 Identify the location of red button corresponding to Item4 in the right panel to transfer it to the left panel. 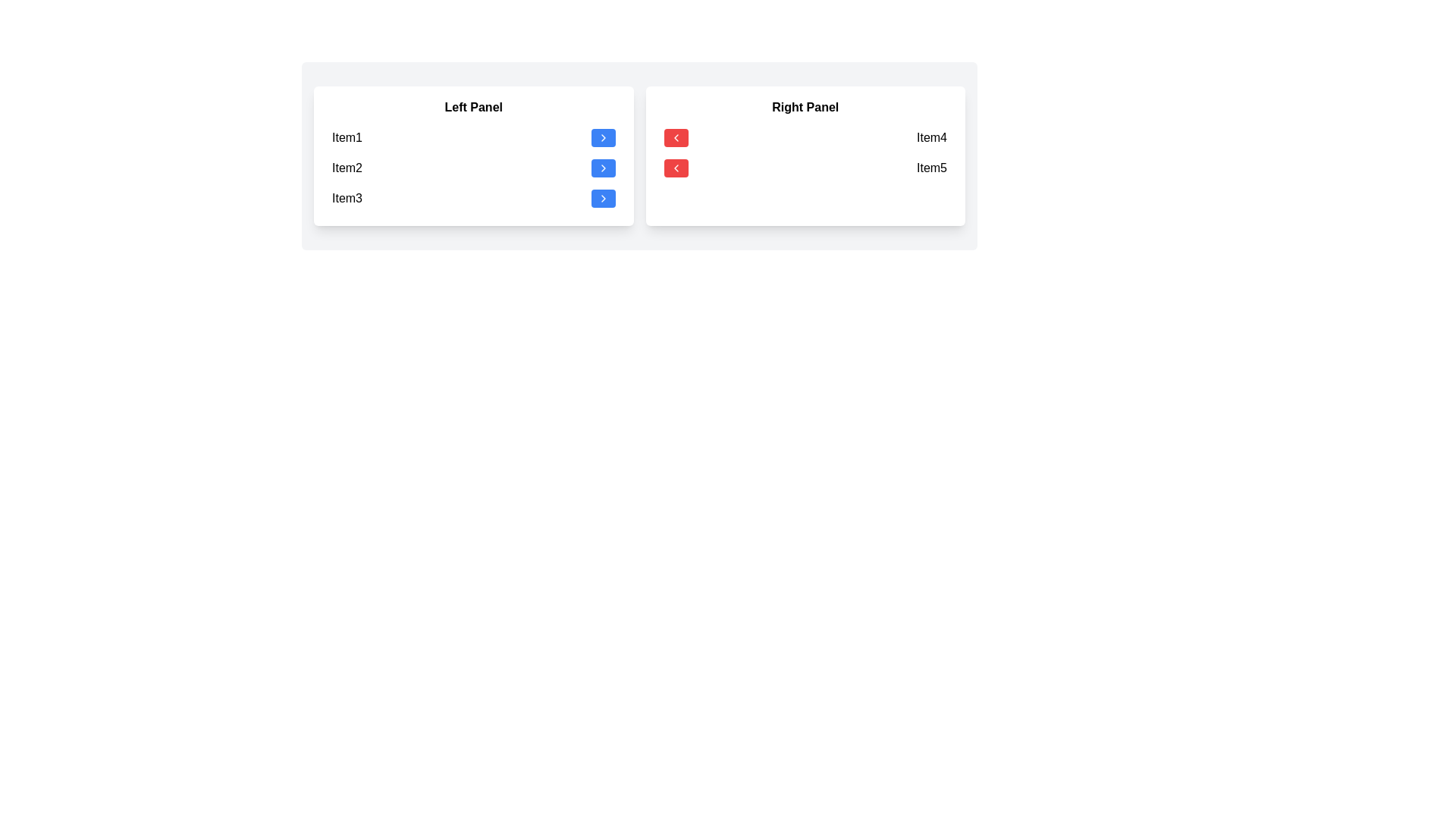
(675, 137).